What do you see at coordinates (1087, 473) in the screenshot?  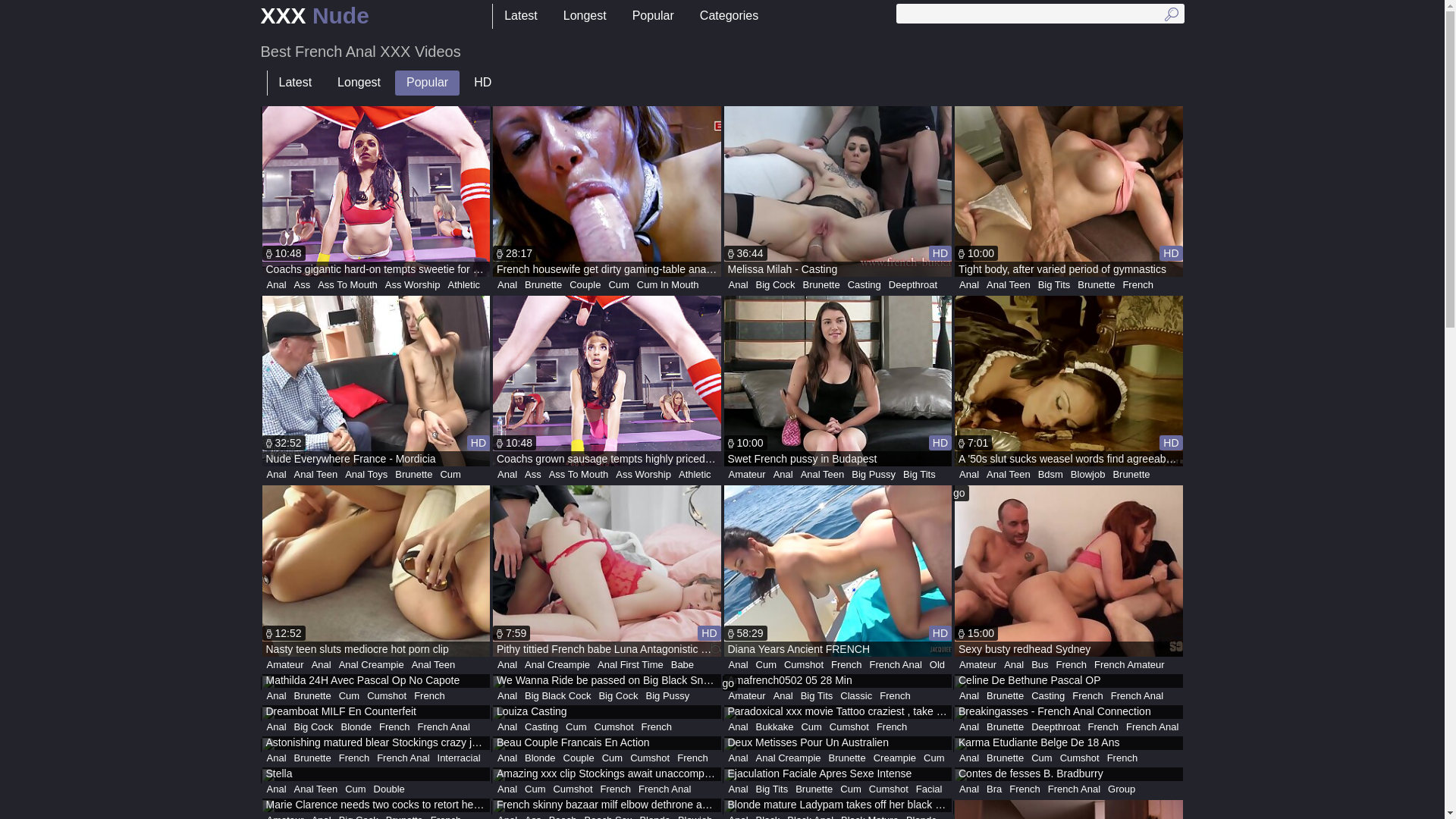 I see `'Blowjob'` at bounding box center [1087, 473].